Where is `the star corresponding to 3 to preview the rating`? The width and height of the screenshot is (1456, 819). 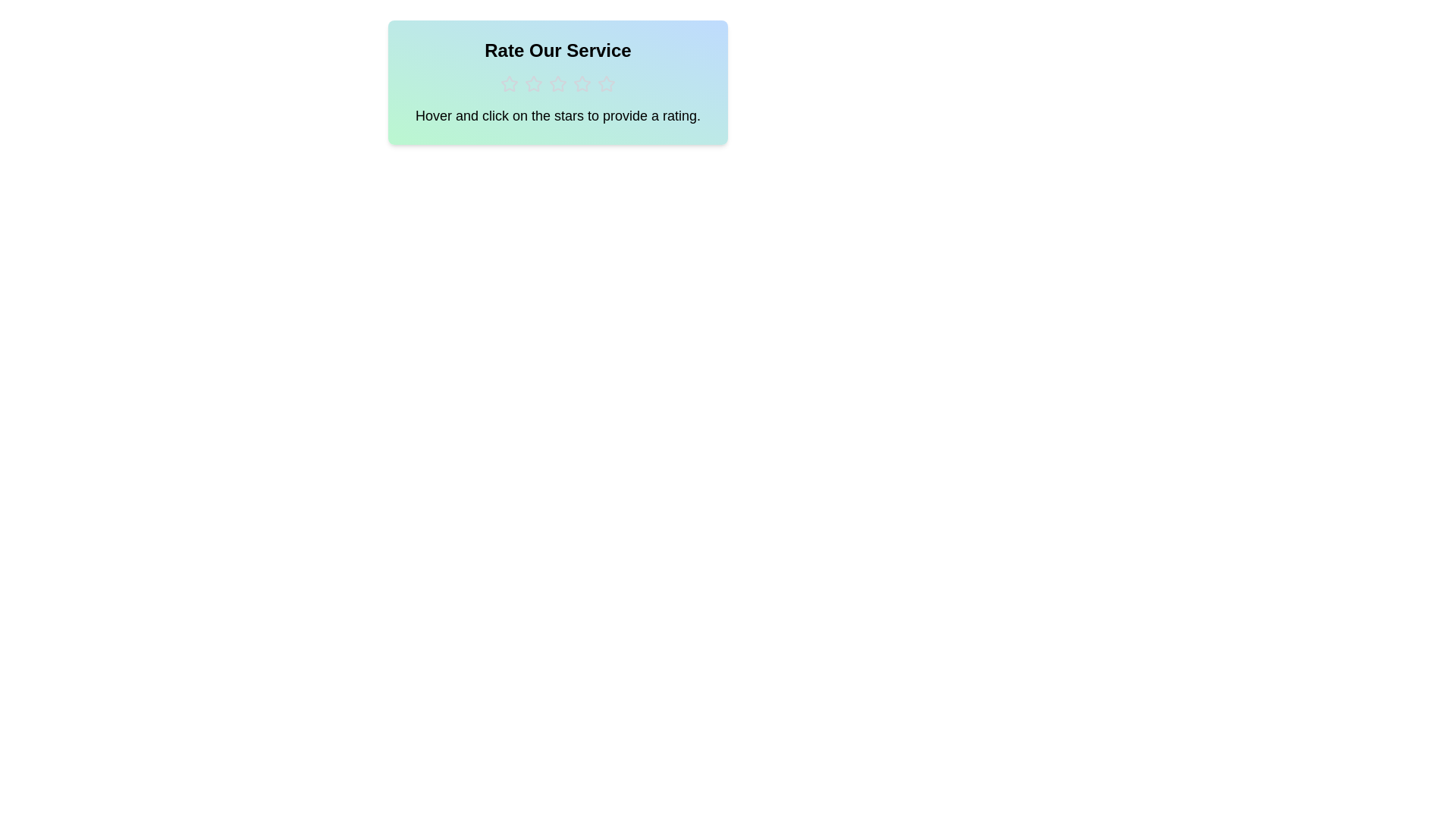
the star corresponding to 3 to preview the rating is located at coordinates (557, 84).